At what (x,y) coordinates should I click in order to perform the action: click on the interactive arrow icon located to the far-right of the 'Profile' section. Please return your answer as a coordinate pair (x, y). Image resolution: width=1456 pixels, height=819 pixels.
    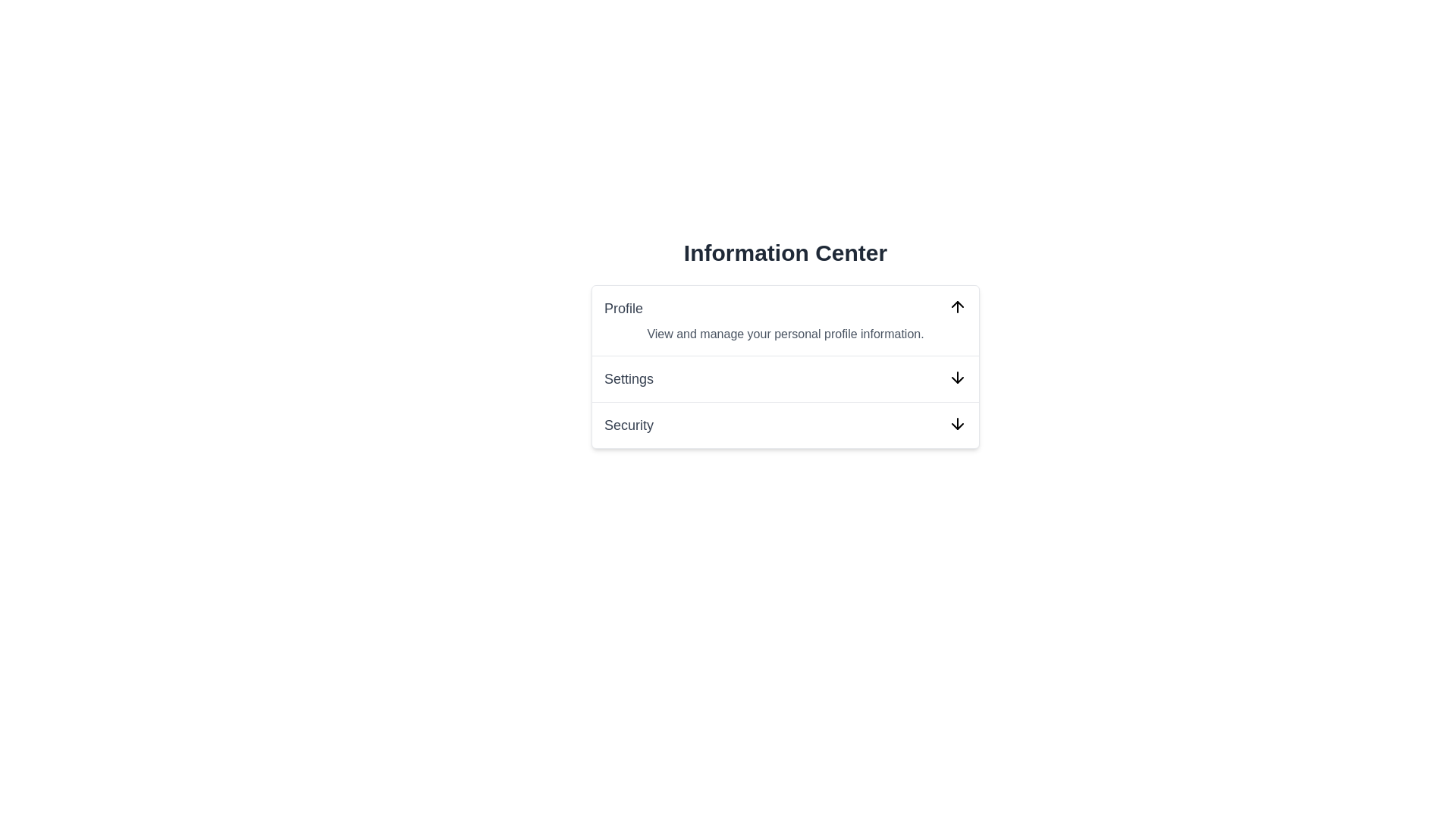
    Looking at the image, I should click on (956, 307).